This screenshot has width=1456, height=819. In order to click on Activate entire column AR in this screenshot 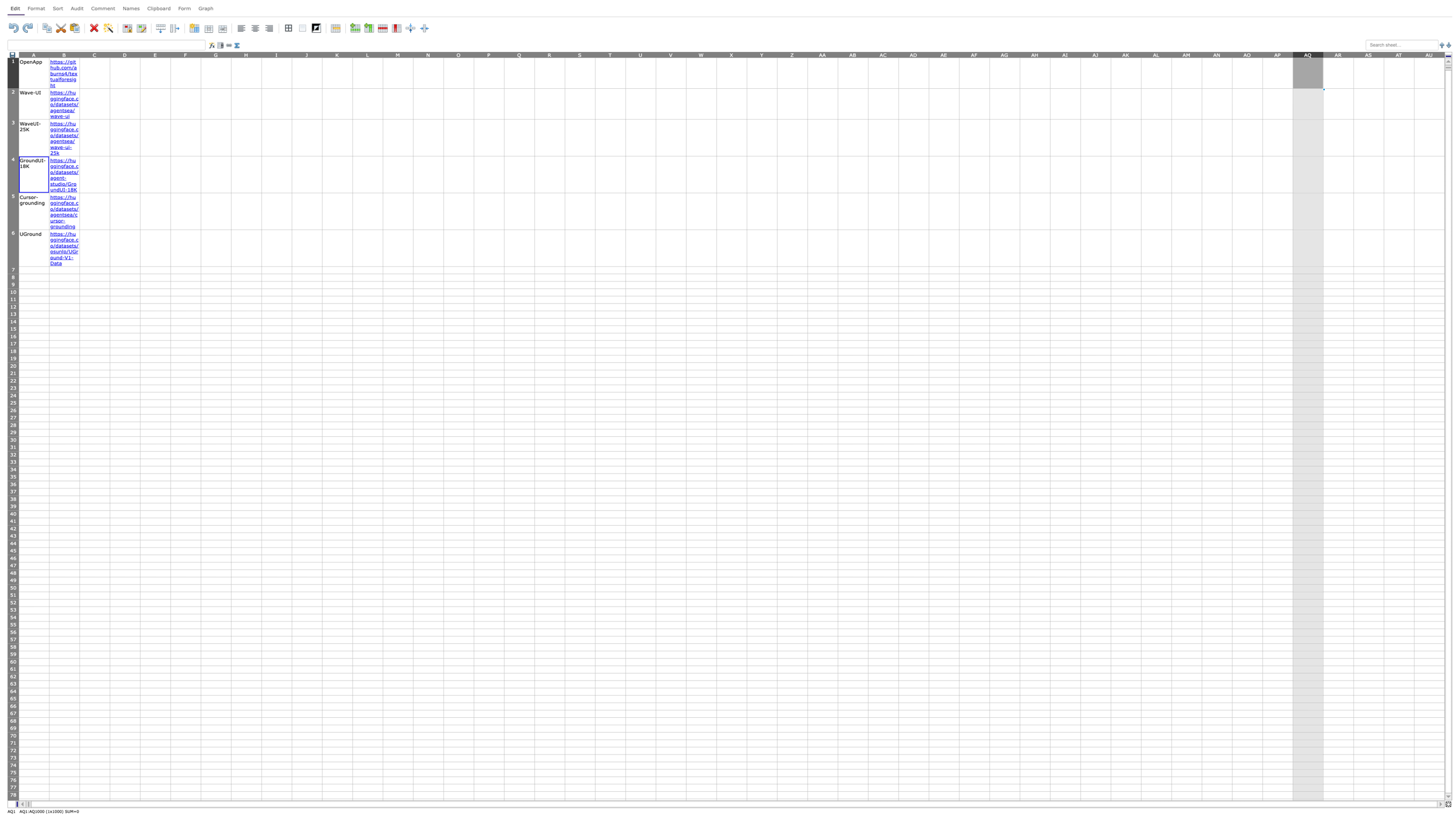, I will do `click(1338, 54)`.